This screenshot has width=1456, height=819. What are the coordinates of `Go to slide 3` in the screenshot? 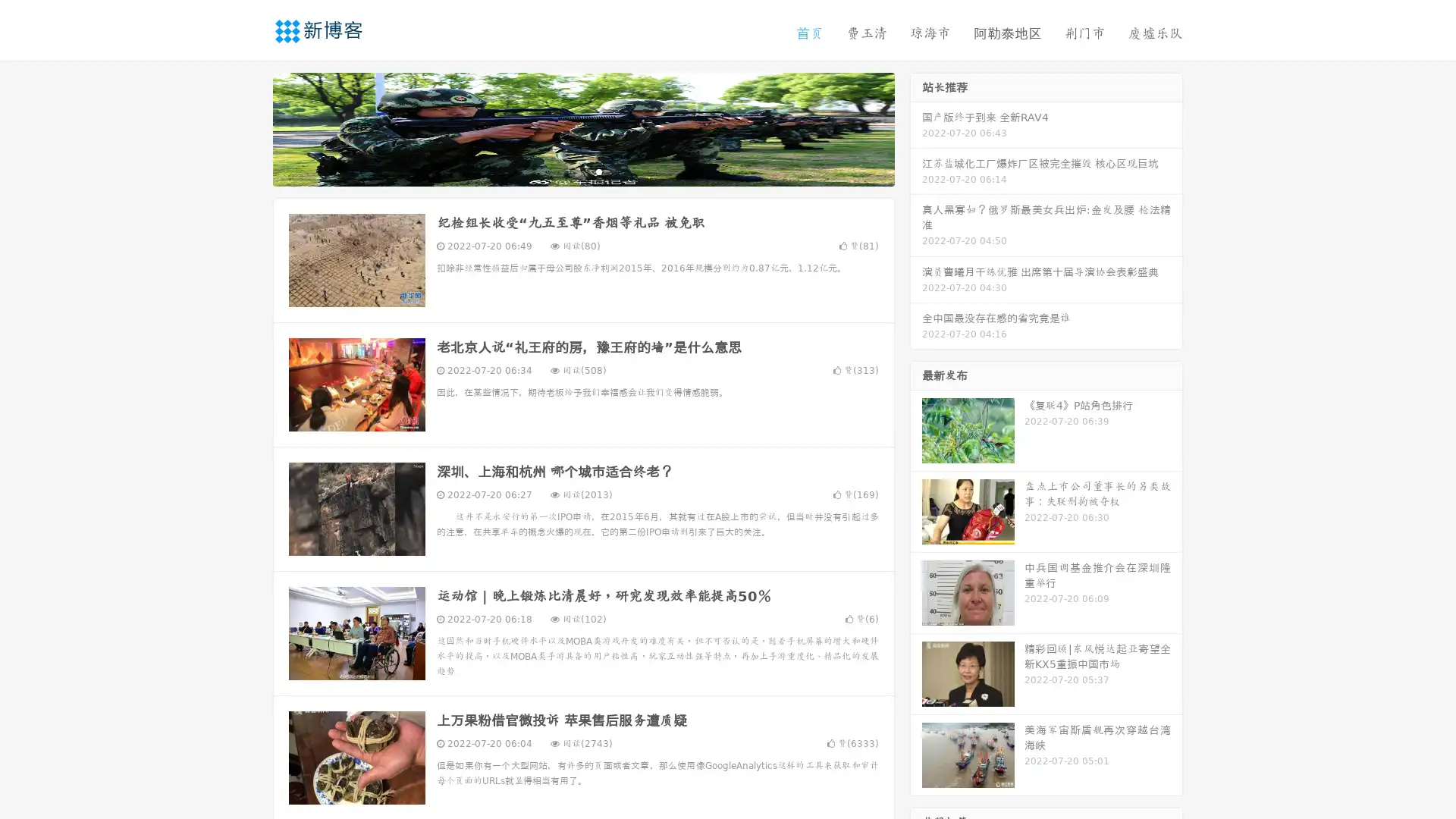 It's located at (598, 171).